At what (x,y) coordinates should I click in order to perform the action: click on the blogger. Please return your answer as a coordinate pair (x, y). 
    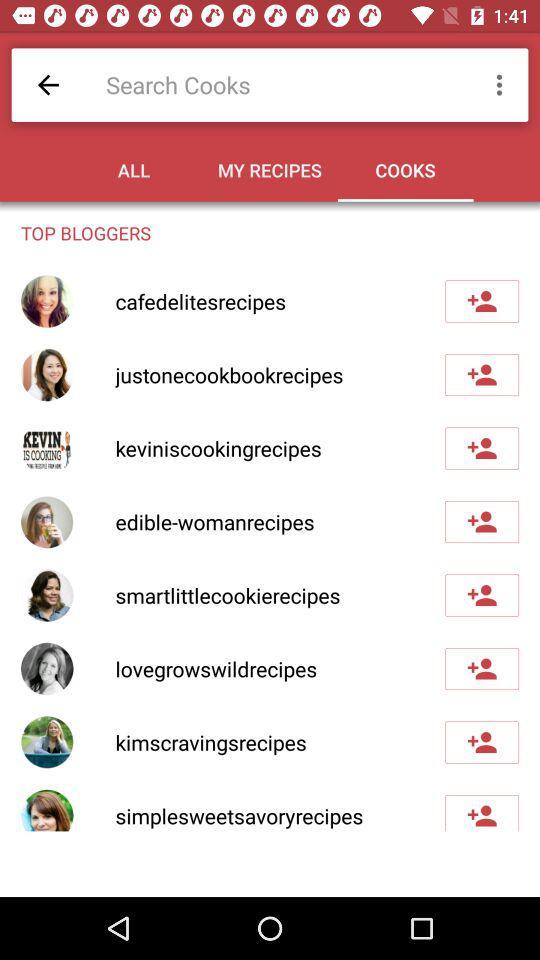
    Looking at the image, I should click on (481, 448).